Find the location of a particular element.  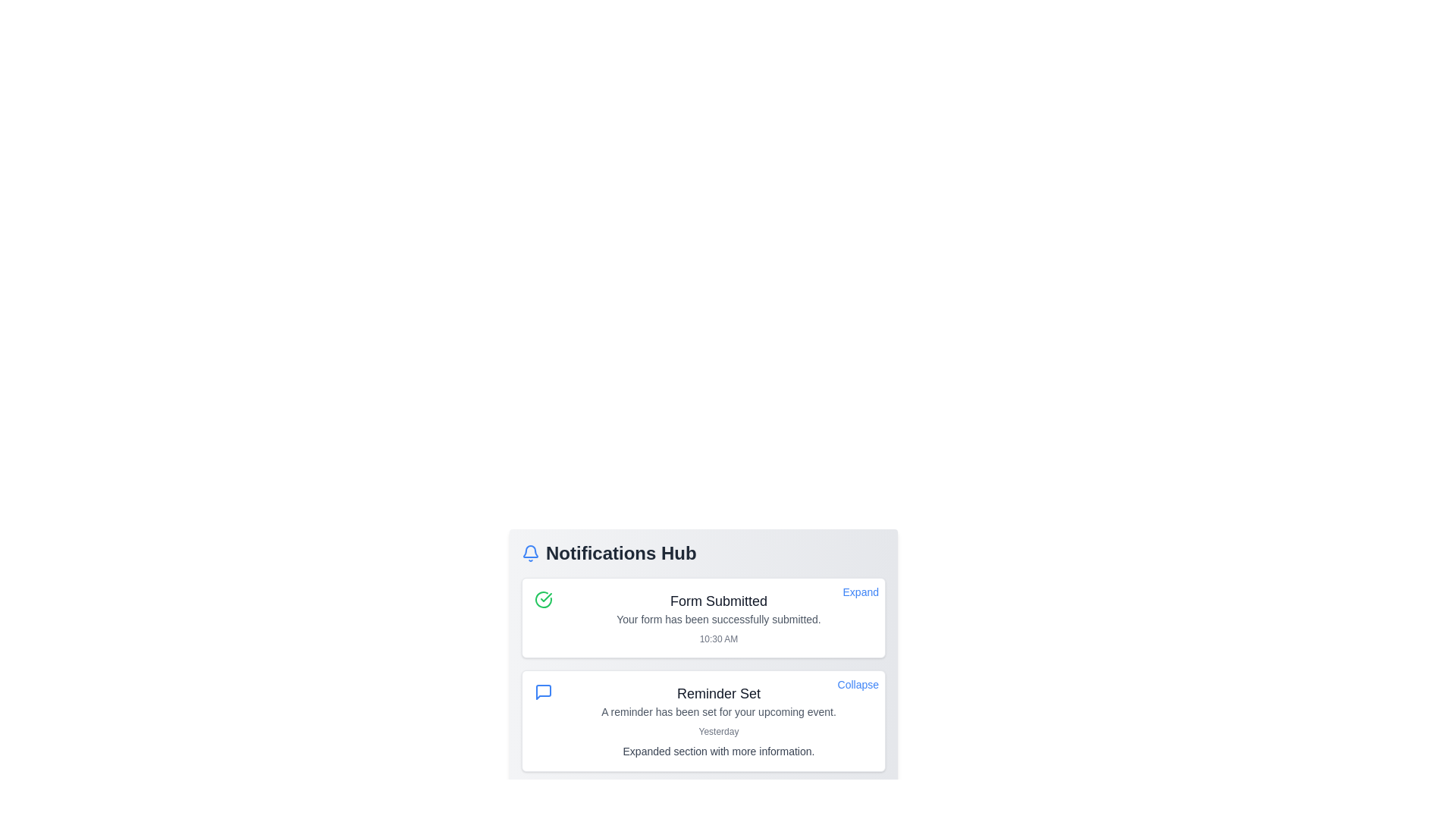

the green circular icon with a checkmark symbol located in the 'Form Submitted' notification box in the Notifications Hub is located at coordinates (543, 598).